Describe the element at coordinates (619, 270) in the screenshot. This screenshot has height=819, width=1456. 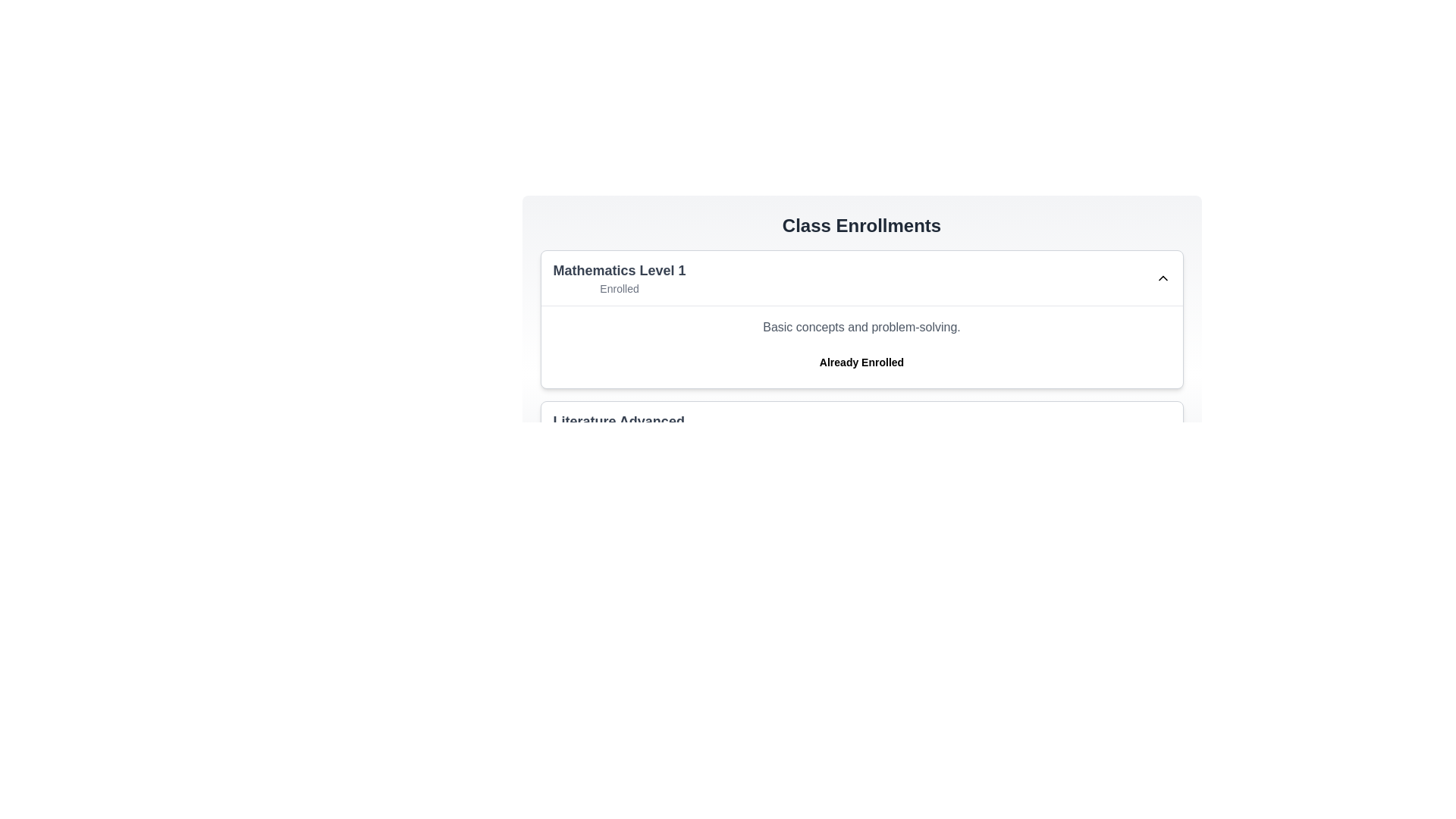
I see `the text label reading 'Mathematics Level 1', which is styled with a larger font size, bold weight, and dark gray color, located at the top of a section describing a course` at that location.